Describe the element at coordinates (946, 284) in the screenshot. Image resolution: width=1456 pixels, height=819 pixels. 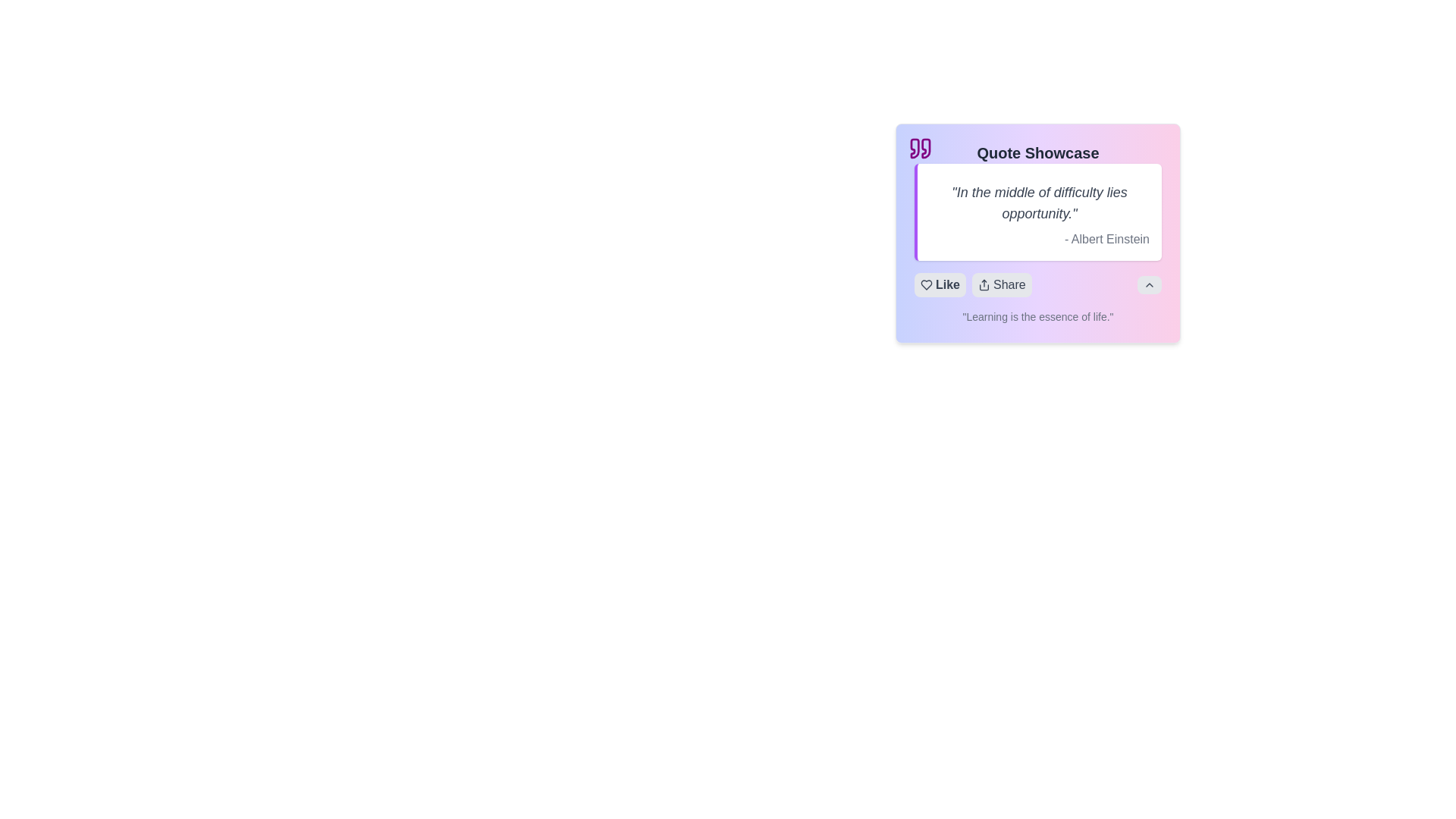
I see `text of the 'Like' label, which is styled in bold gray font and located to the right of the heart icon in the bottom-left corner of the card` at that location.